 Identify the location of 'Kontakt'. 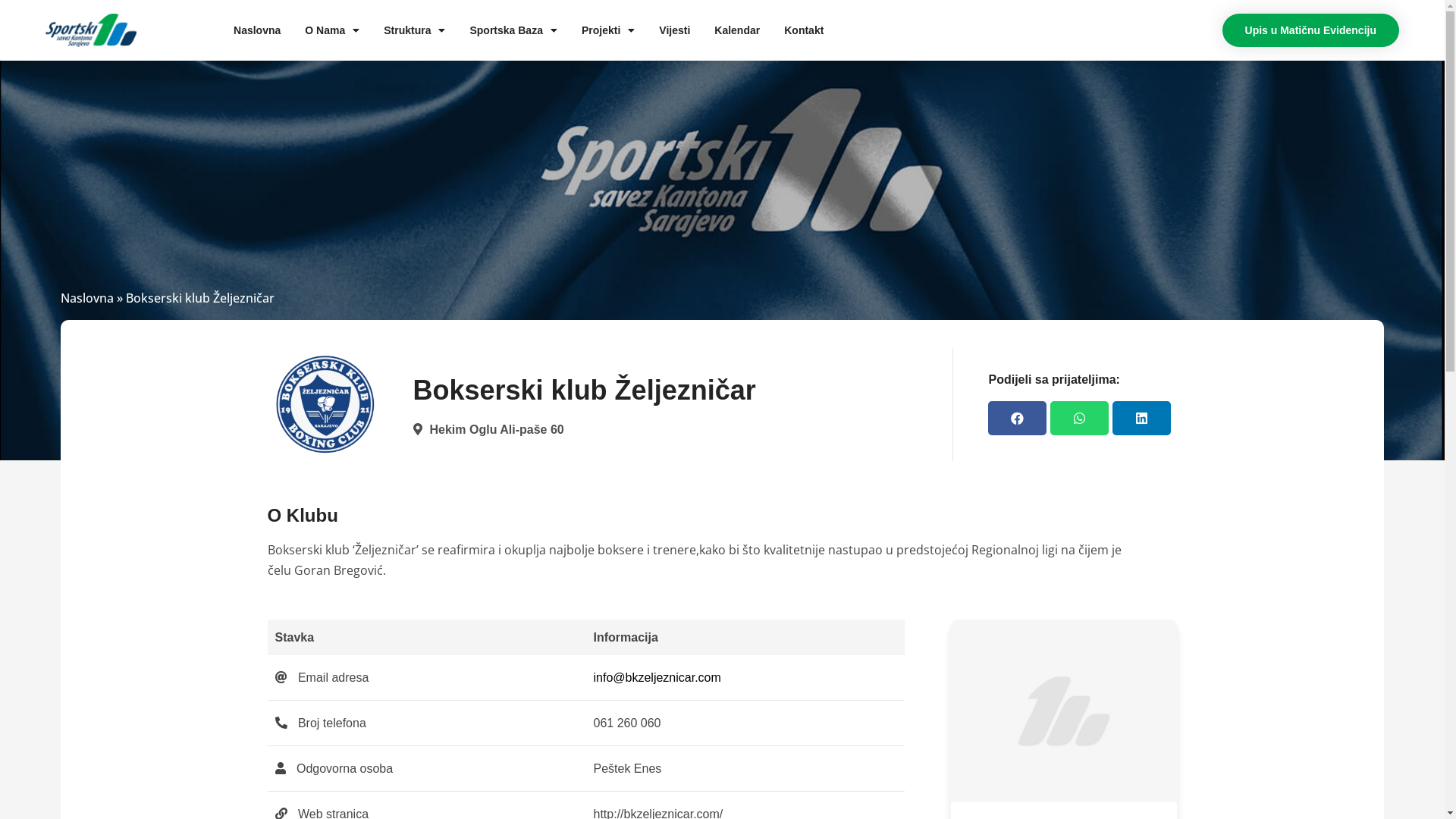
(803, 30).